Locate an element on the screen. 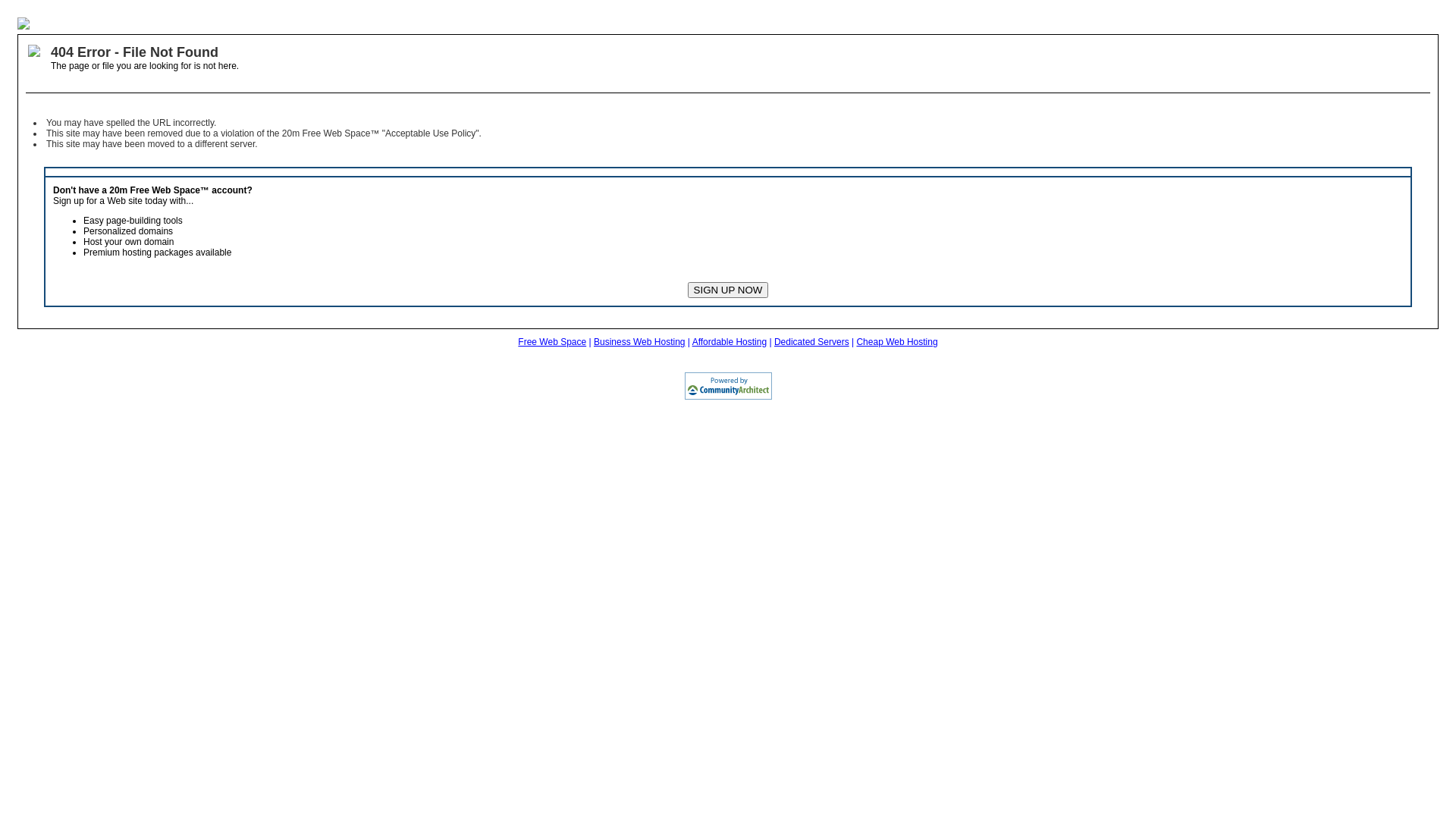 This screenshot has width=1456, height=819. 'Dedicated Servers' is located at coordinates (811, 342).